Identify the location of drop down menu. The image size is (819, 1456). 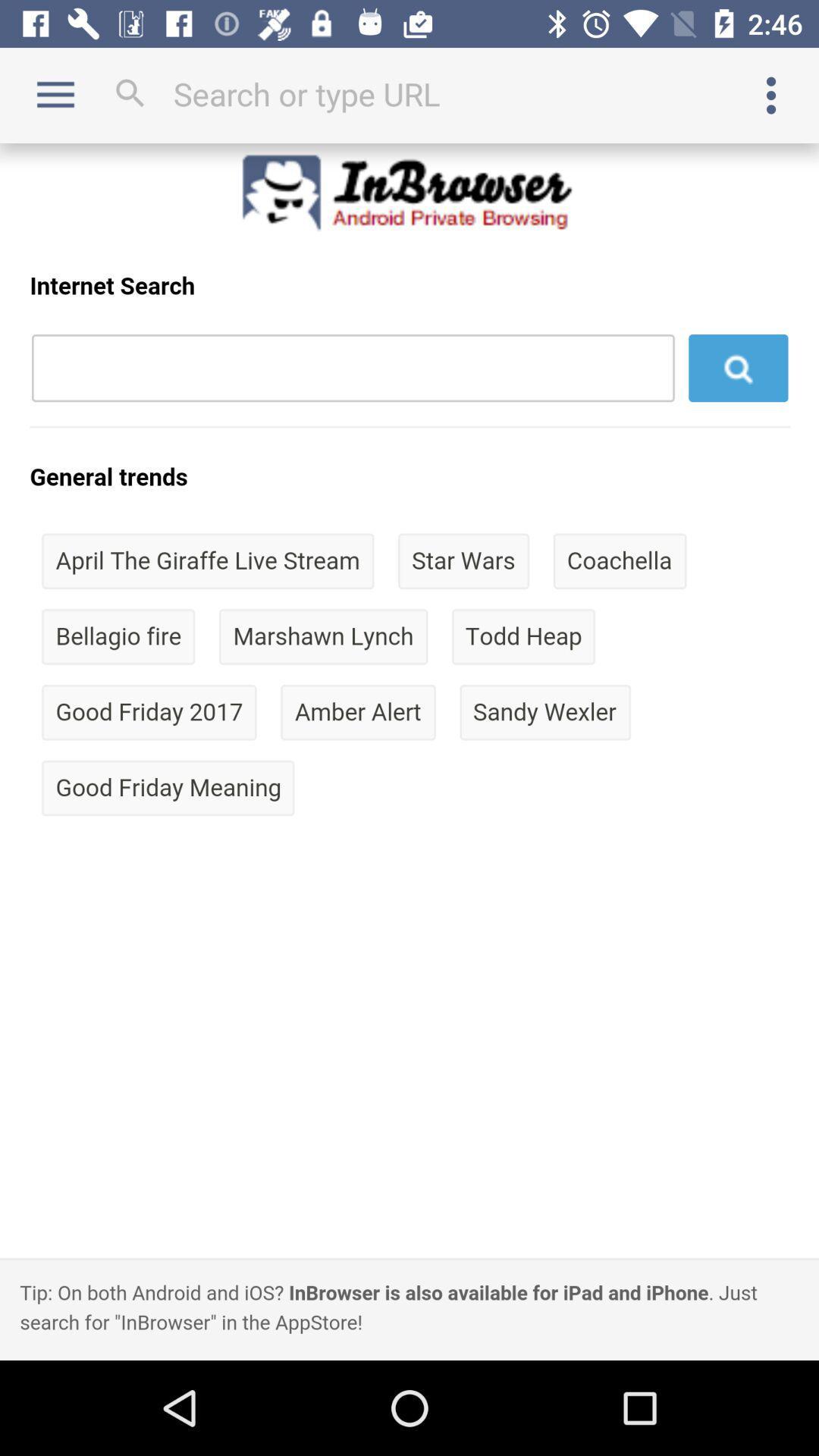
(771, 94).